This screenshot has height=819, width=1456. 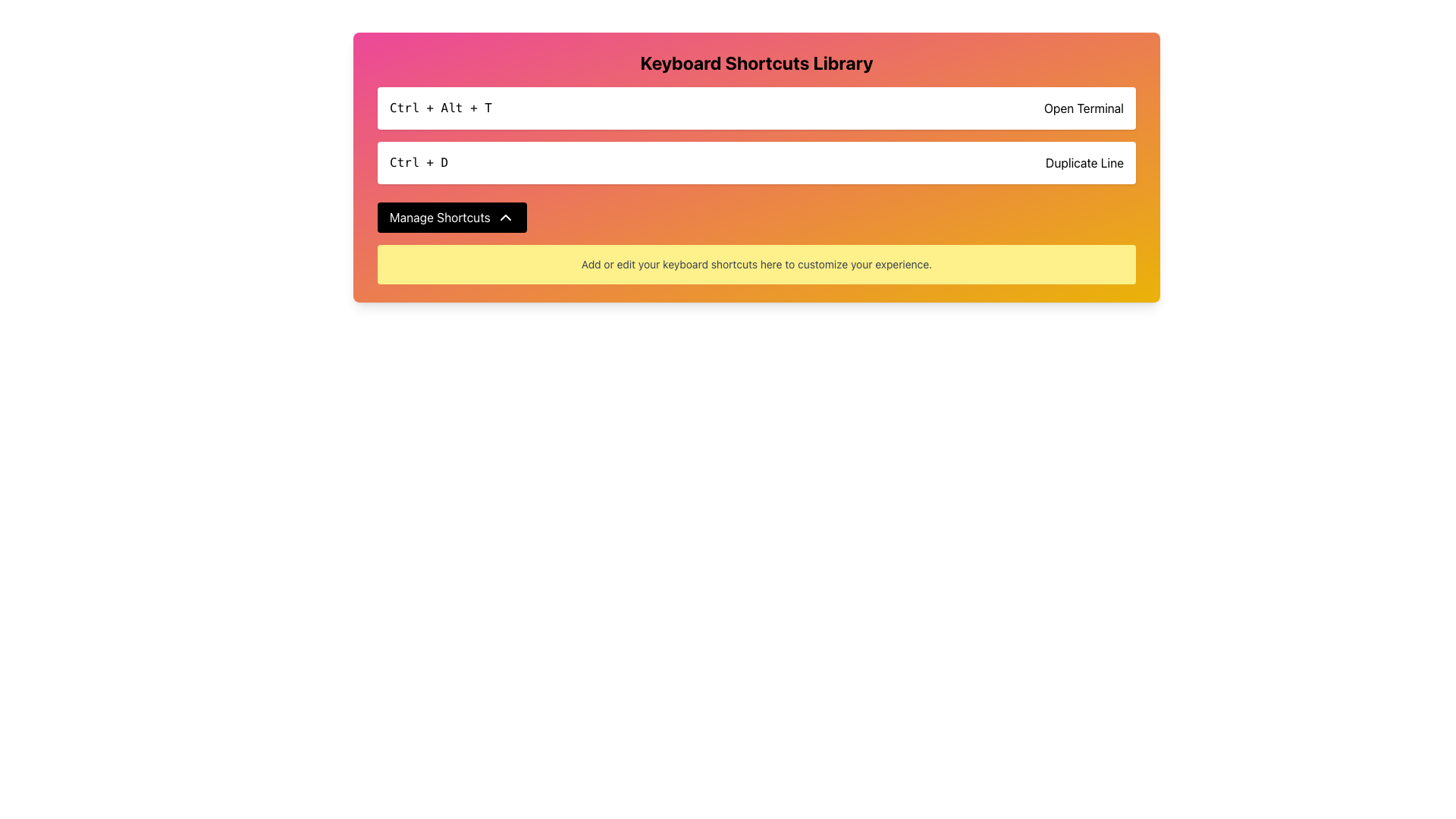 I want to click on informational text located within the yellow section of the 'Keyboard Shortcuts Library', positioned beneath the 'Manage Shortcuts' button, so click(x=757, y=263).